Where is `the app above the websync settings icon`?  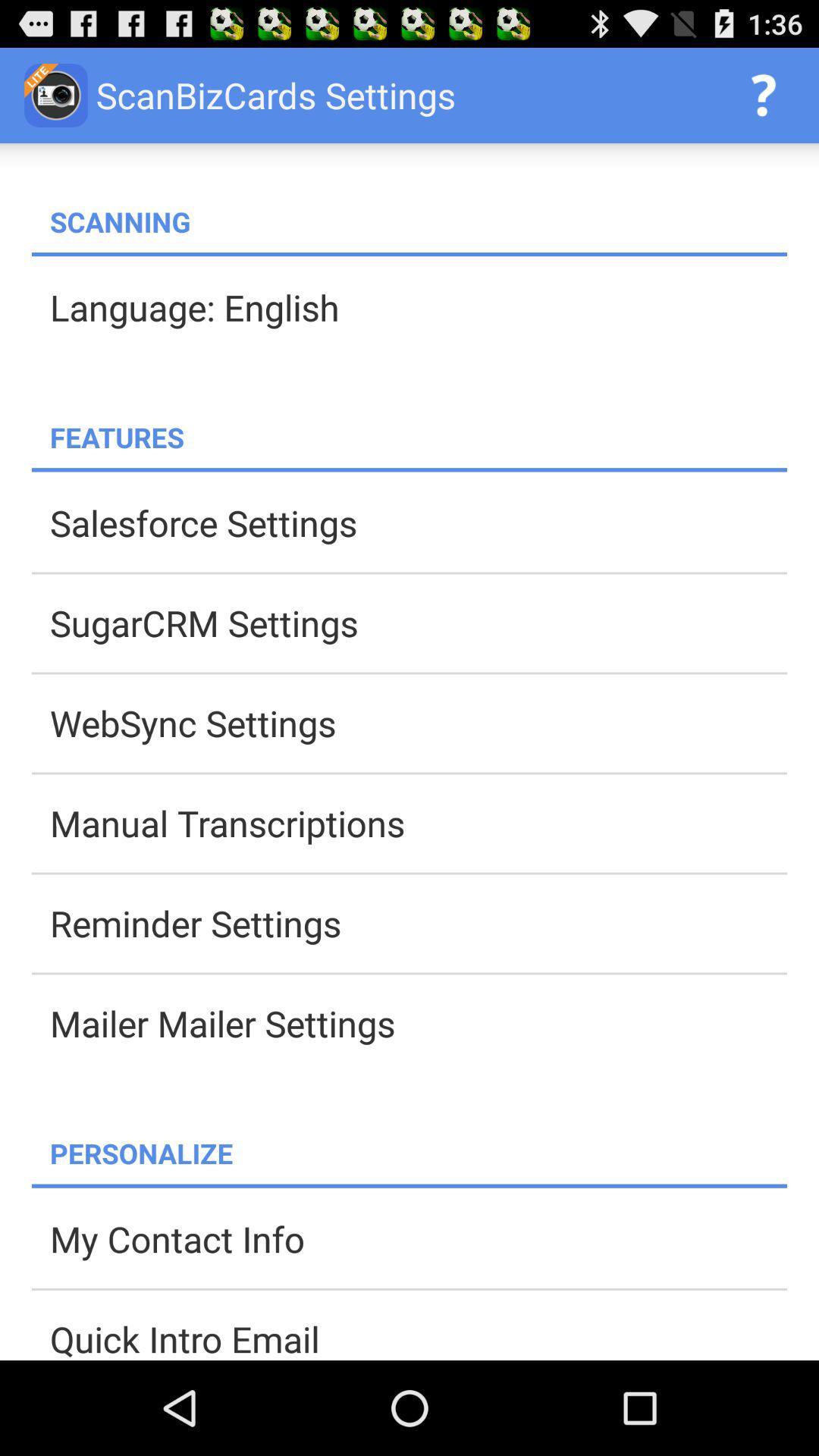 the app above the websync settings icon is located at coordinates (418, 623).